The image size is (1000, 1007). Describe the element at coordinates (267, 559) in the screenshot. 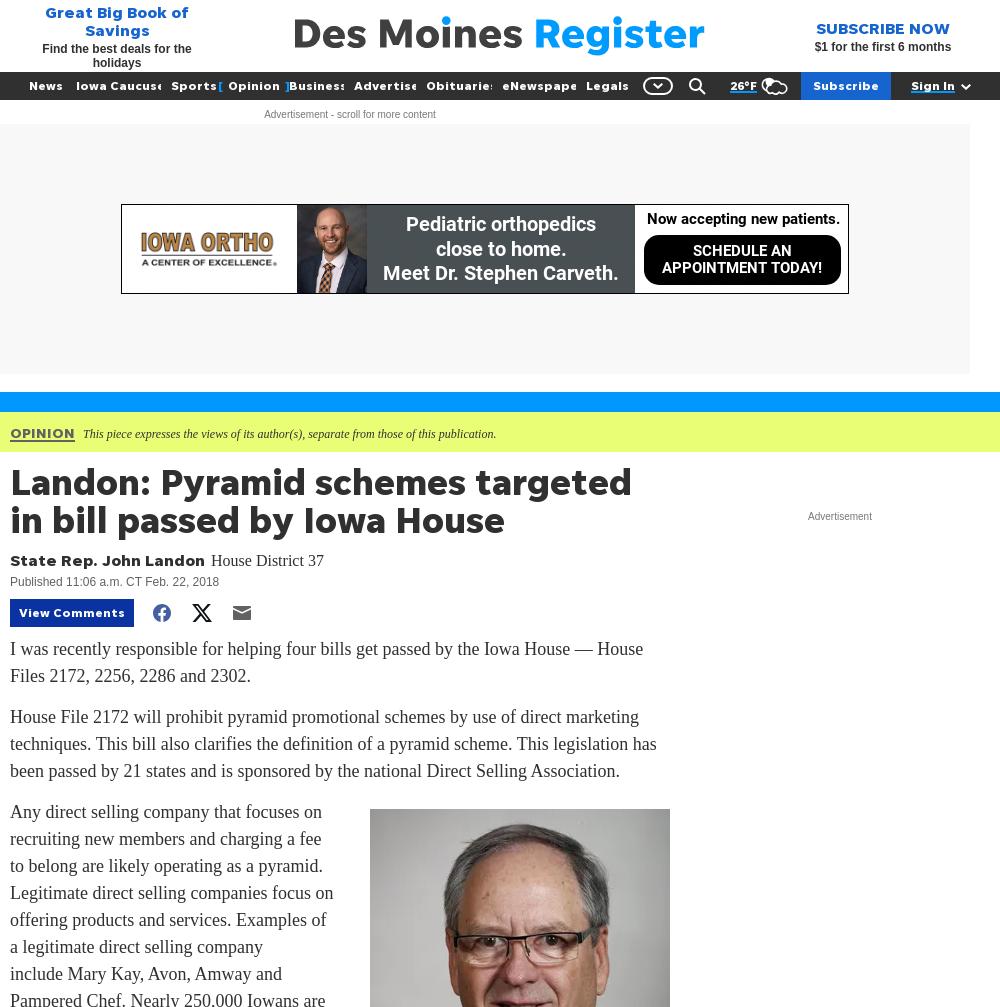

I see `'House District 37'` at that location.